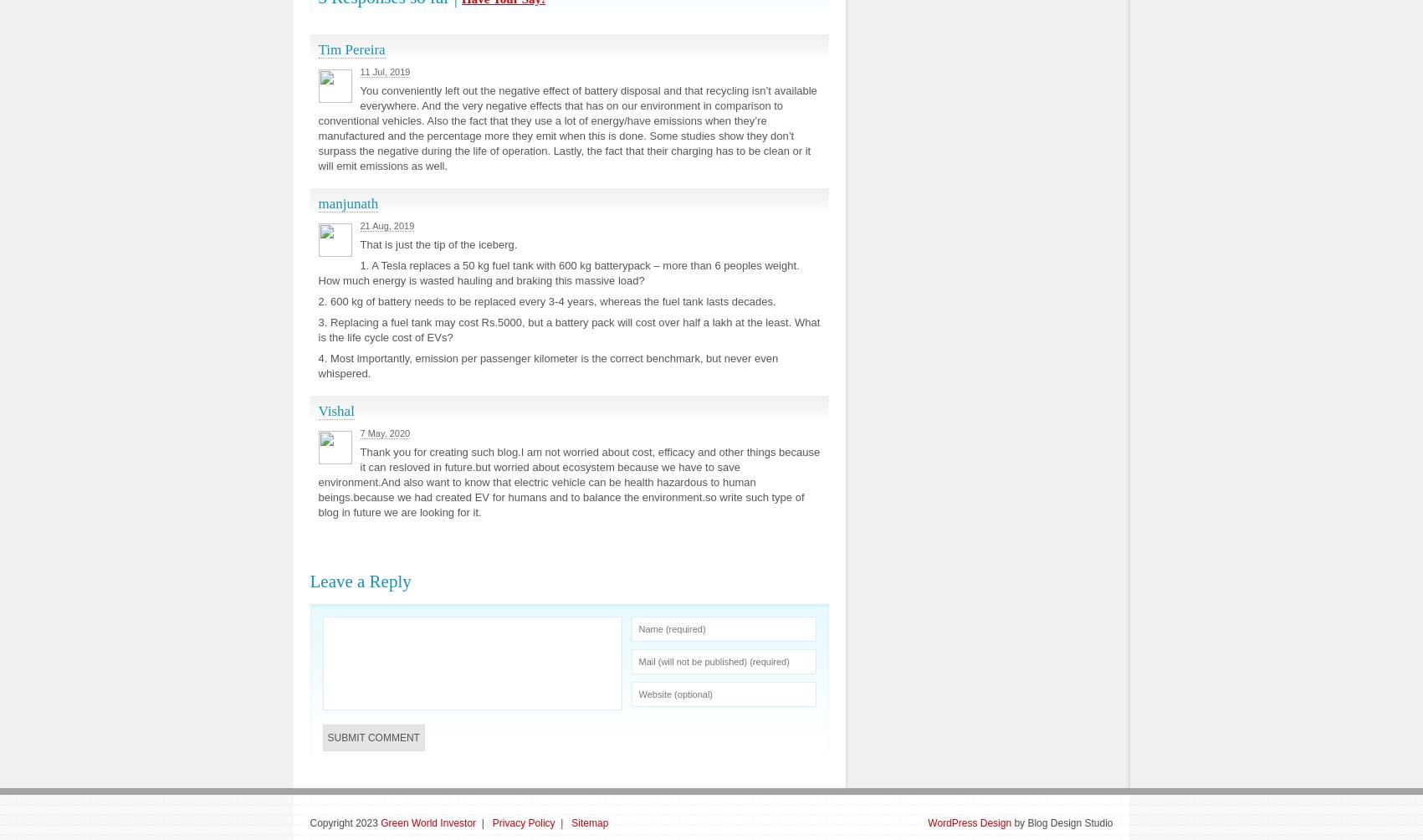 Image resolution: width=1423 pixels, height=840 pixels. Describe the element at coordinates (545, 301) in the screenshot. I see `'2. 600 kg of battery needs to be replaced every 3-4 years, whereas the fuel tank lasts decades.'` at that location.